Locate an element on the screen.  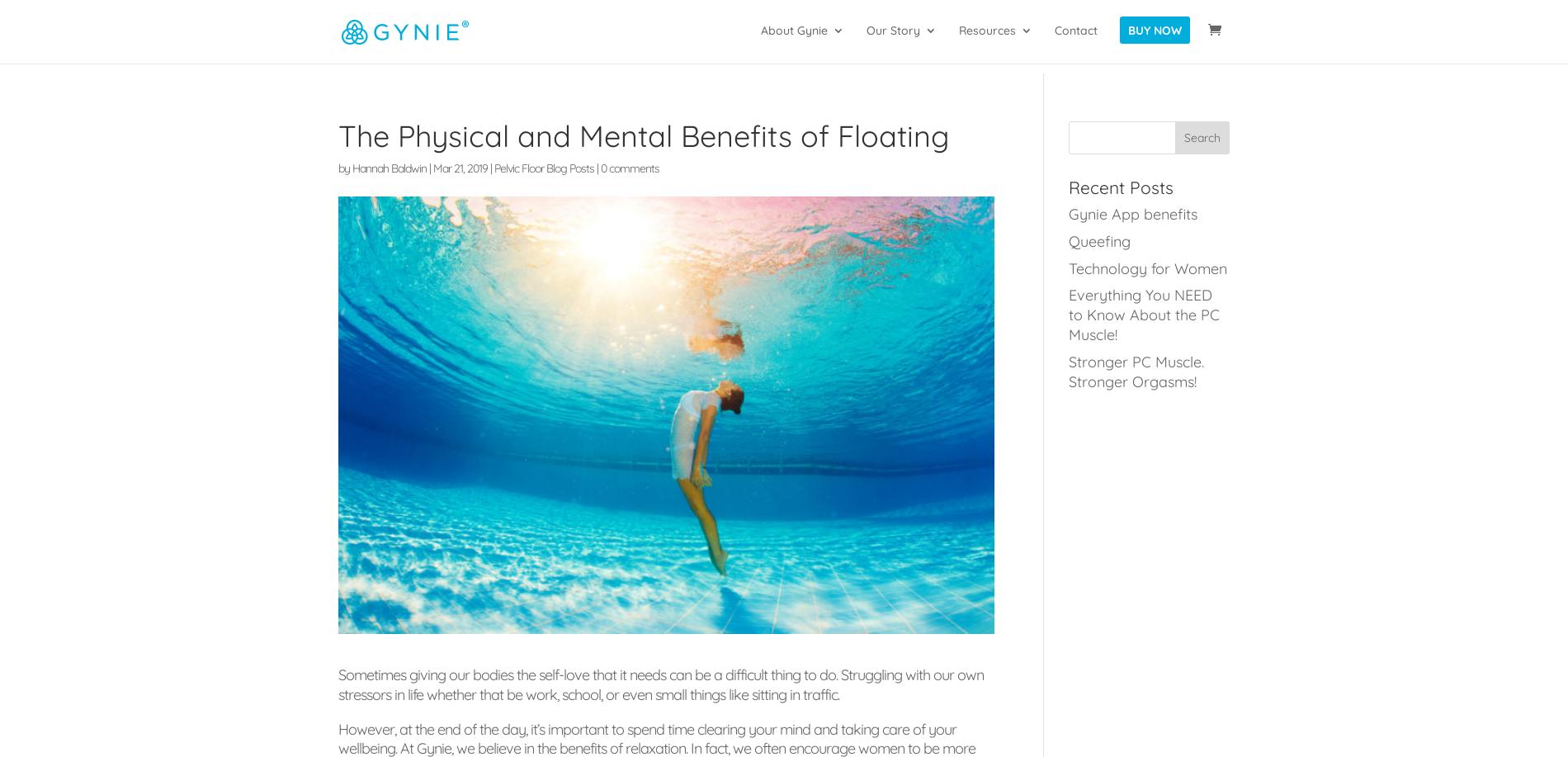
'Resources' is located at coordinates (986, 40).